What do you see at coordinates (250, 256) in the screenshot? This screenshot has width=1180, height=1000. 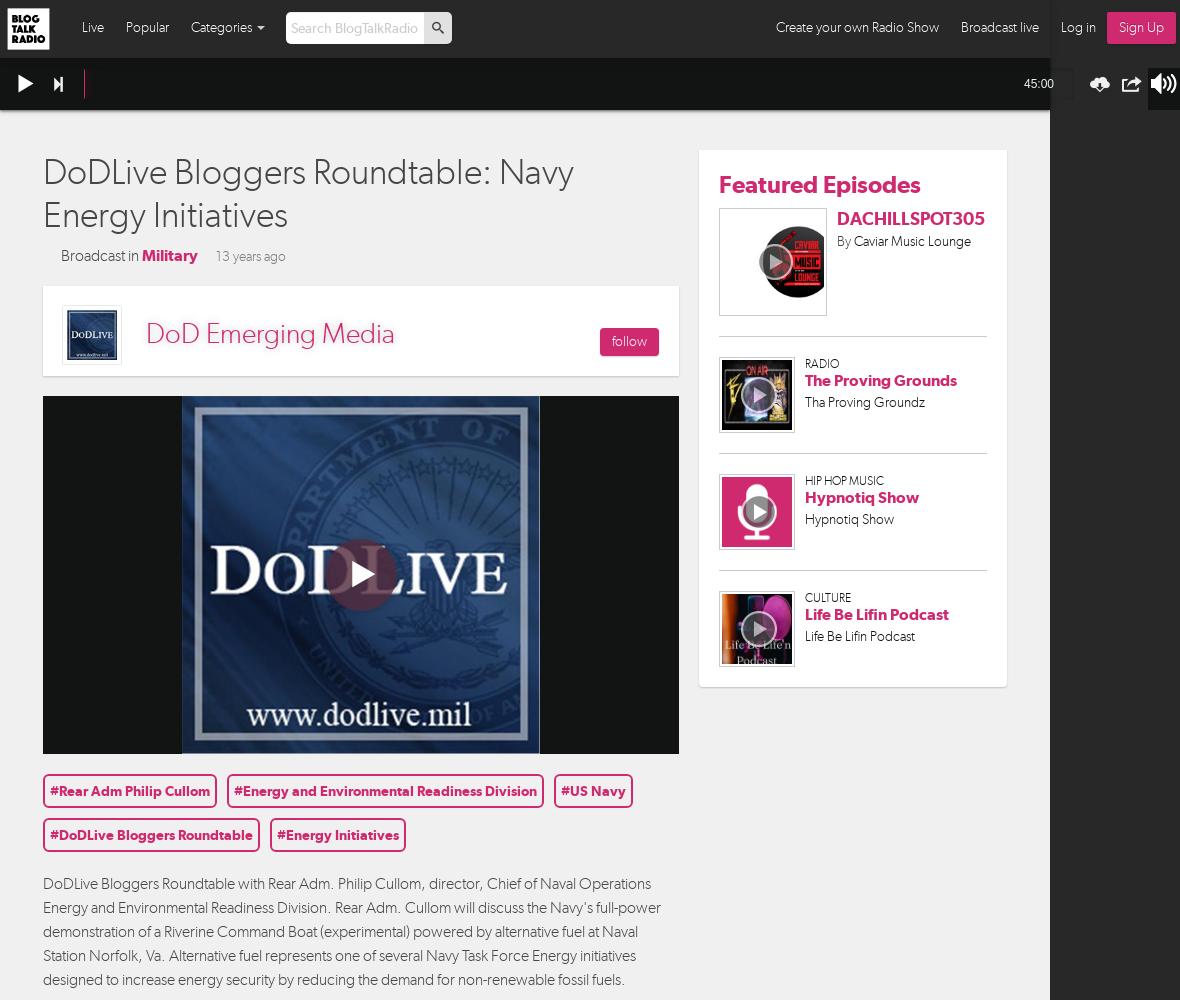 I see `'13 years ago'` at bounding box center [250, 256].